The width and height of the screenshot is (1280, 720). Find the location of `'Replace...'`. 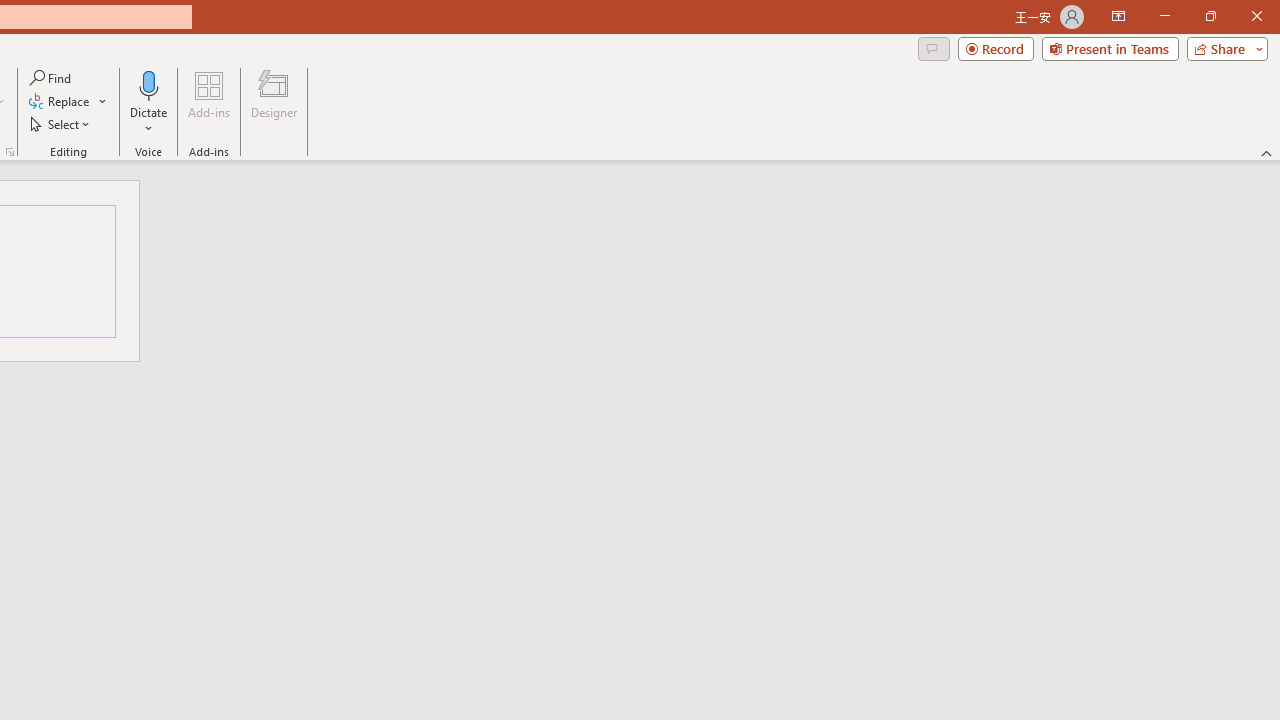

'Replace...' is located at coordinates (60, 101).